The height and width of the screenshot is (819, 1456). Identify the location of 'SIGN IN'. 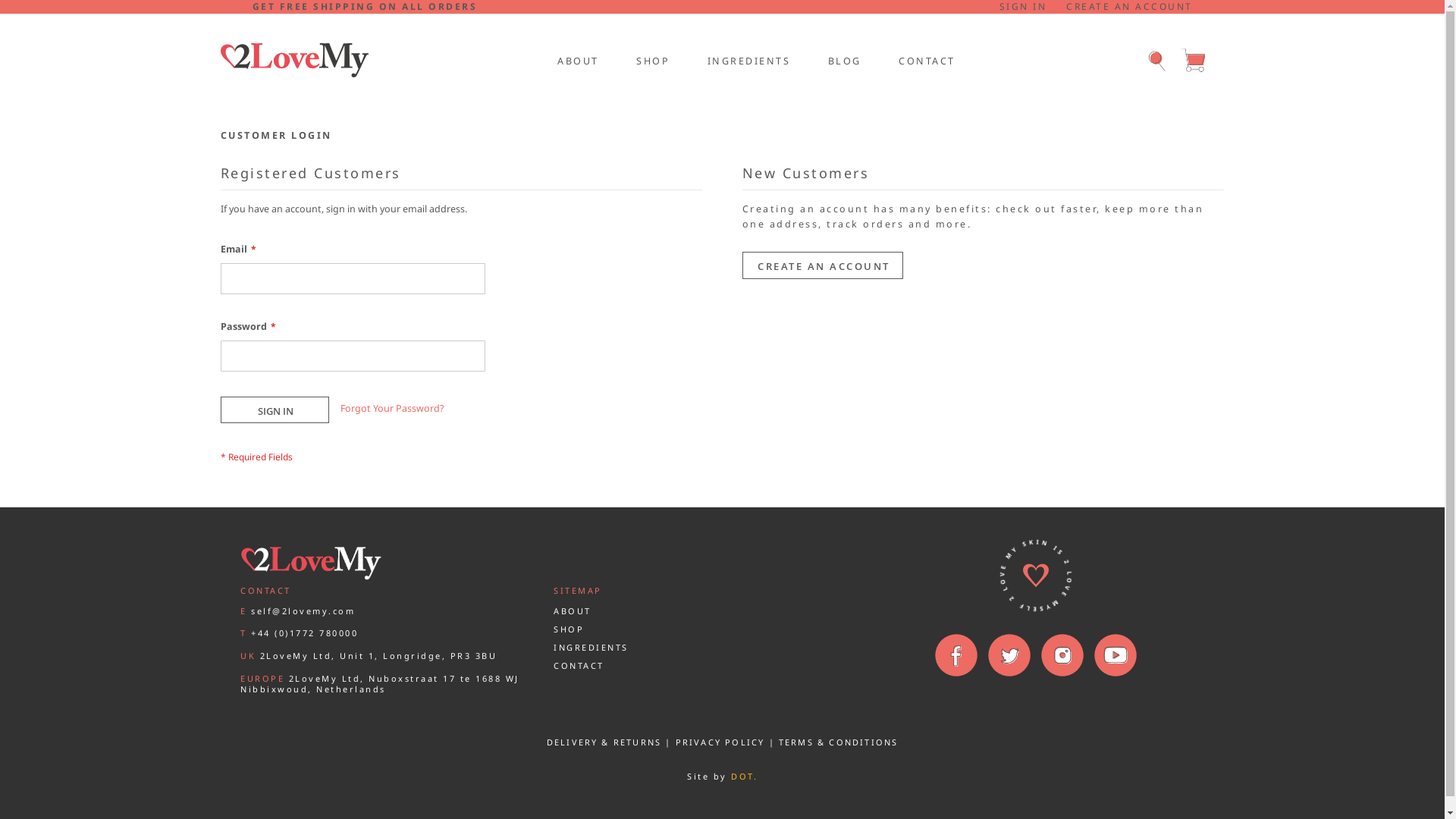
(1023, 6).